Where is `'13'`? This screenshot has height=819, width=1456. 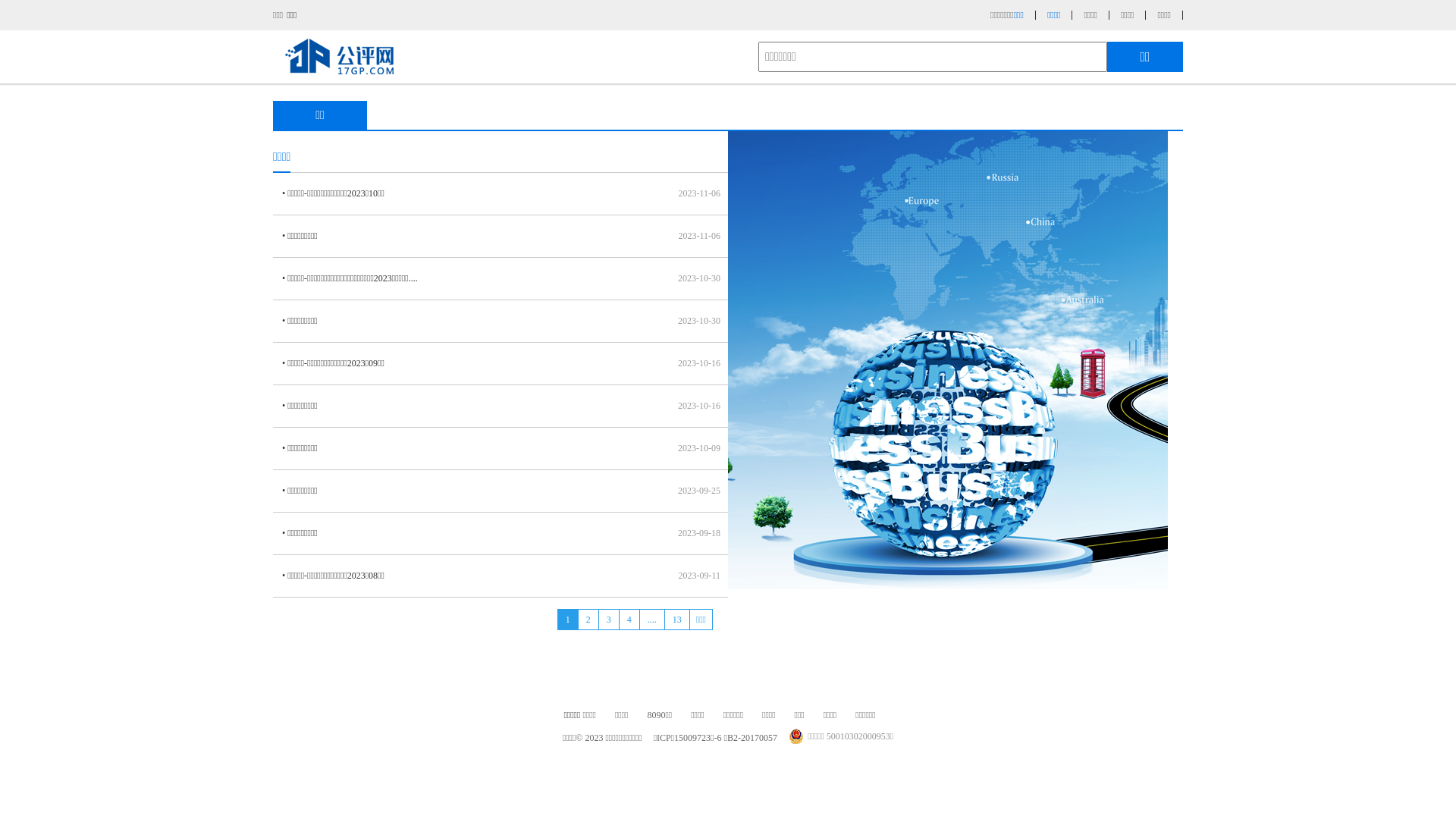 '13' is located at coordinates (664, 620).